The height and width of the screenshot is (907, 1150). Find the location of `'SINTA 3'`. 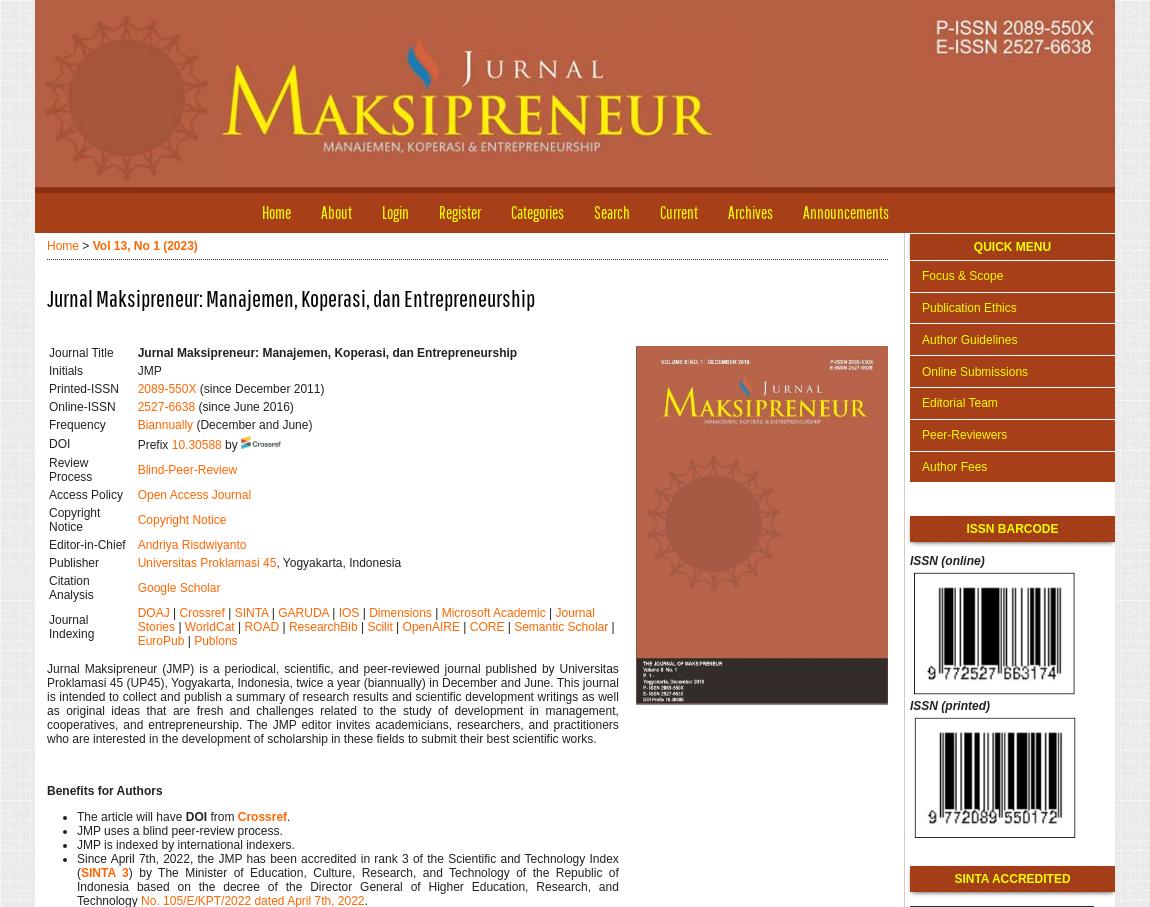

'SINTA 3' is located at coordinates (79, 872).